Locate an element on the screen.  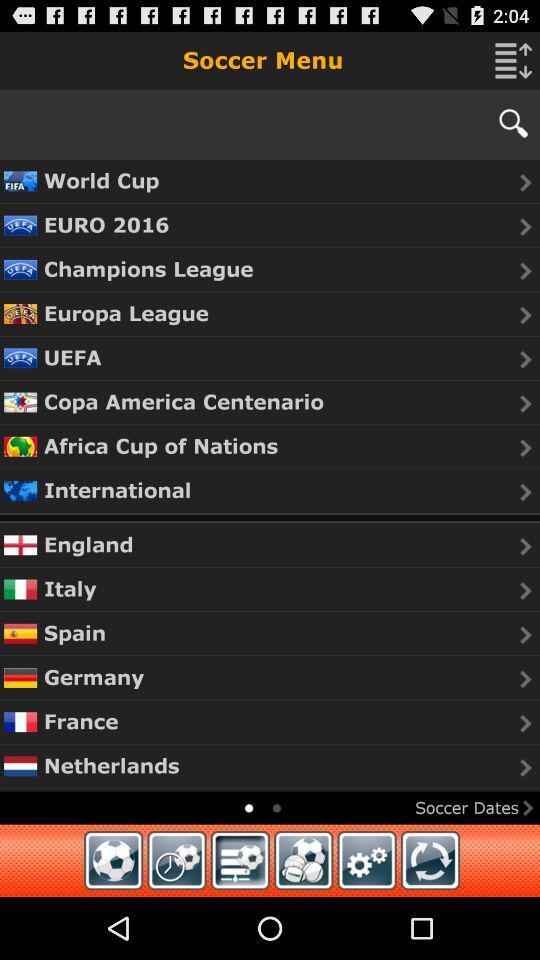
the flag which is to the immediate left of italy is located at coordinates (19, 588).